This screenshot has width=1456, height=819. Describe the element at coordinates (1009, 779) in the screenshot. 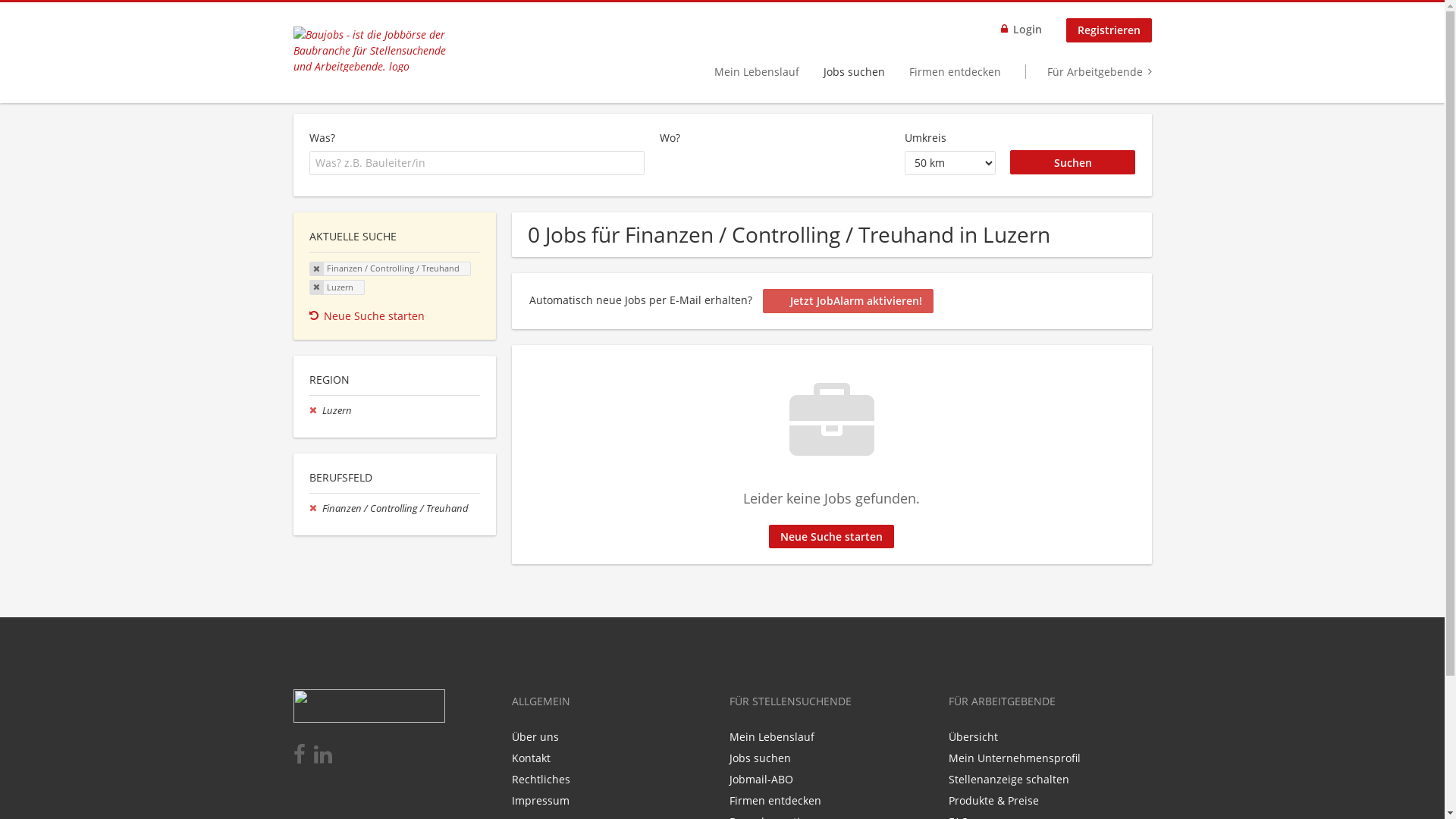

I see `'Stellenanzeige schalten'` at that location.